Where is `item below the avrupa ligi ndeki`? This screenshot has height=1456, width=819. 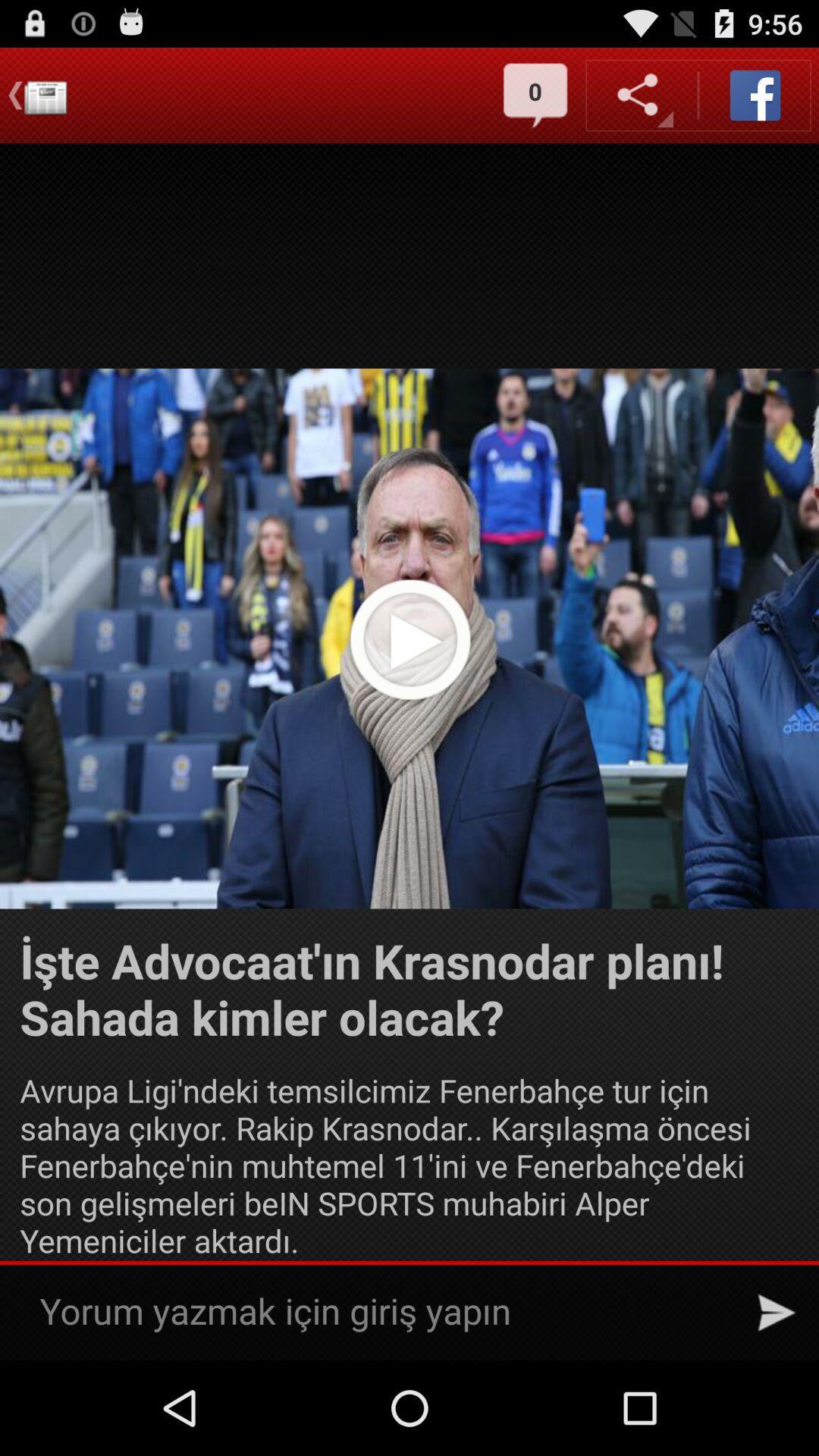 item below the avrupa ligi ndeki is located at coordinates (777, 1312).